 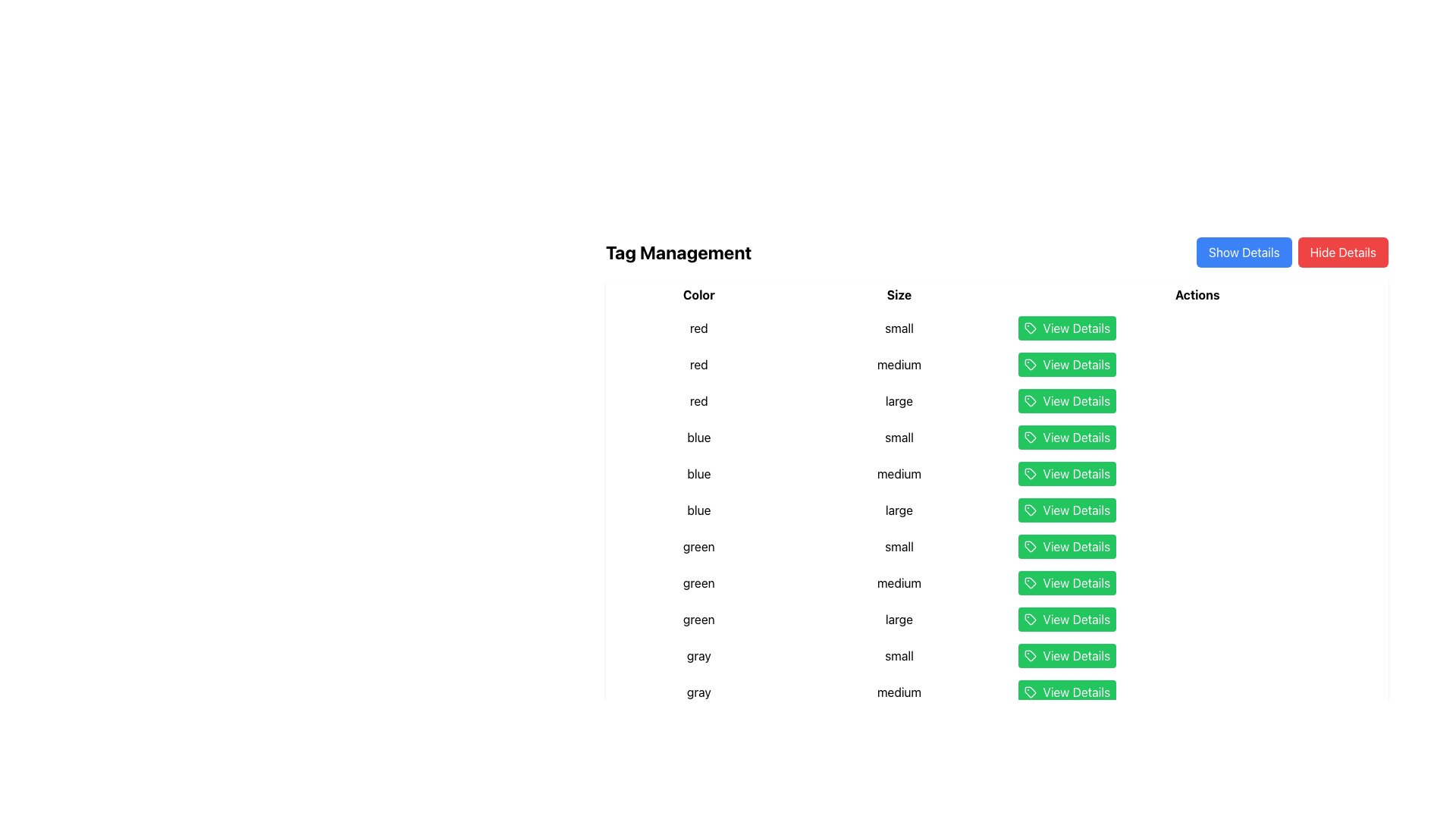 I want to click on the 'View Details' button with a green background and white text located in the sixth row of the interactive table under the 'Actions' column, so click(x=1066, y=472).